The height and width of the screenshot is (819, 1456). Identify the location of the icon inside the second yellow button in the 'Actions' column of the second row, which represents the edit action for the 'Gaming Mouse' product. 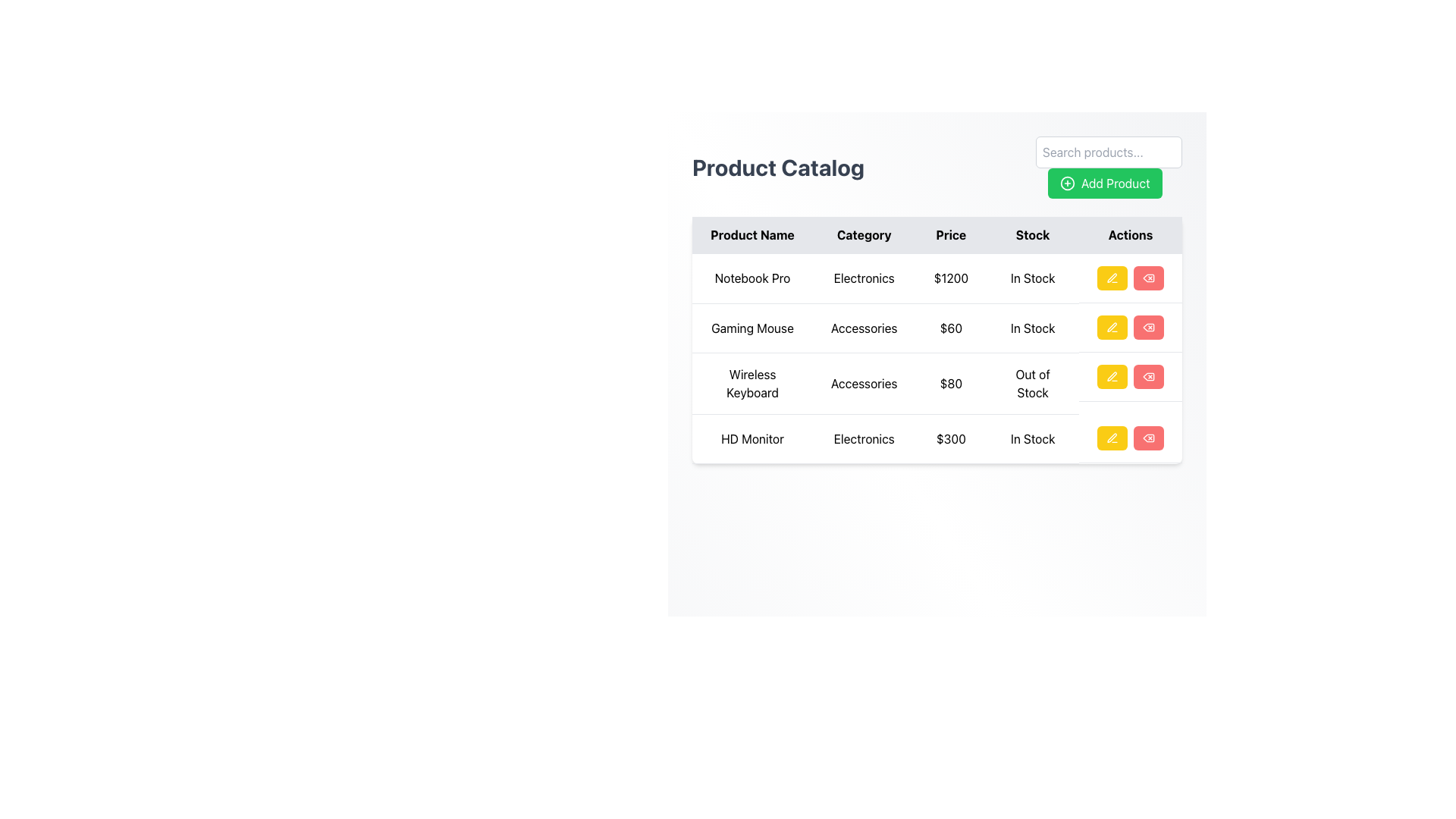
(1112, 327).